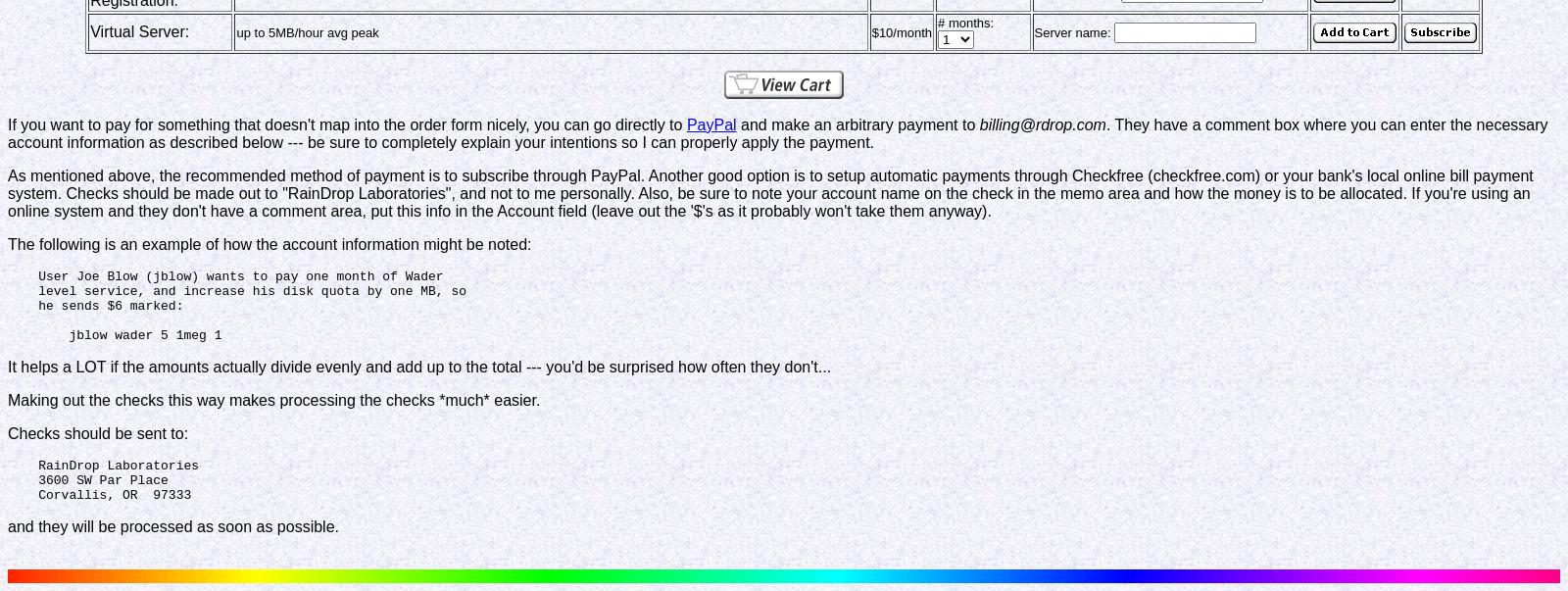 Image resolution: width=1568 pixels, height=591 pixels. Describe the element at coordinates (89, 30) in the screenshot. I see `'Virtual Server:'` at that location.